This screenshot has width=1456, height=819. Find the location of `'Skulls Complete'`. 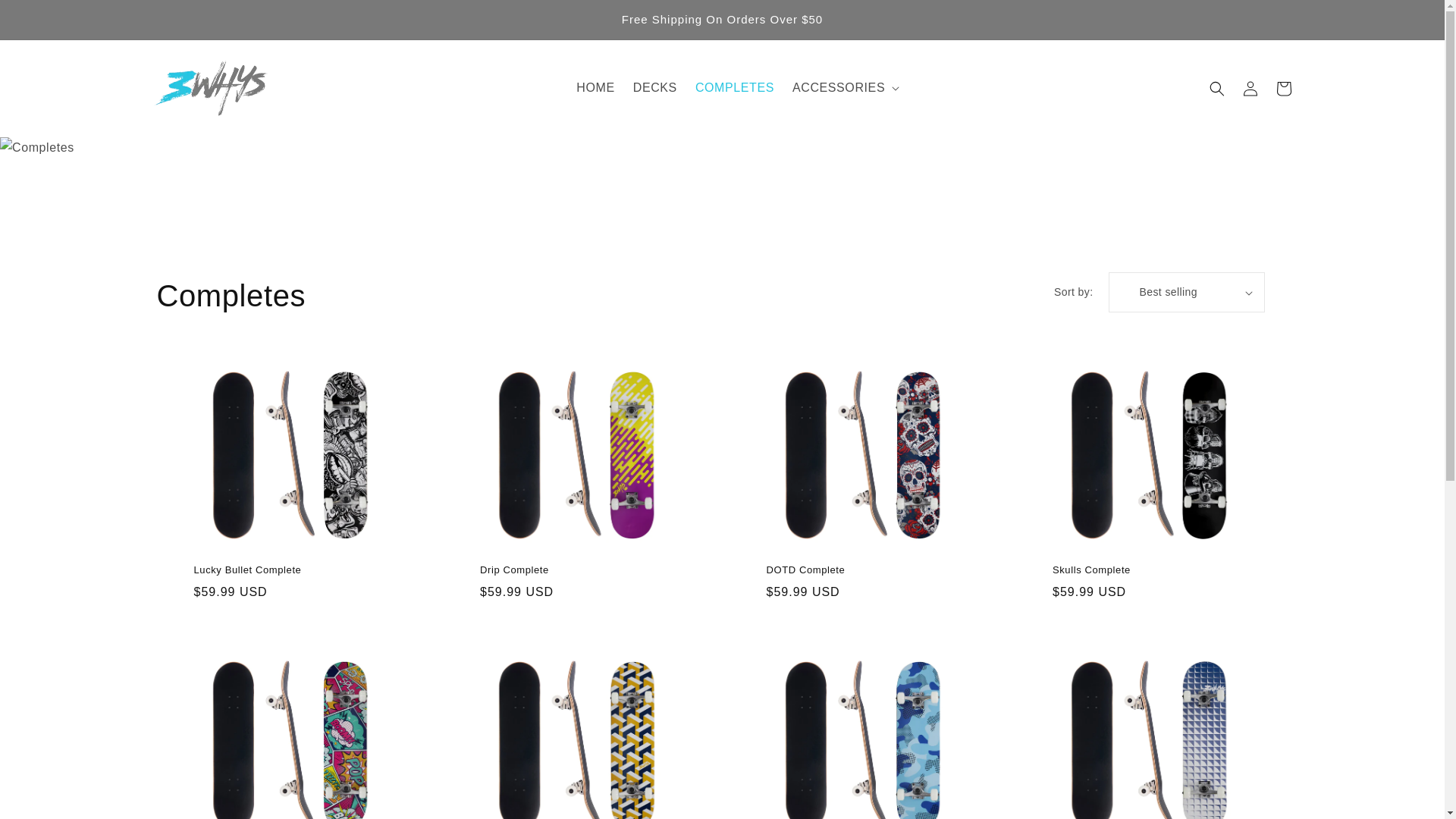

'Skulls Complete' is located at coordinates (1143, 570).